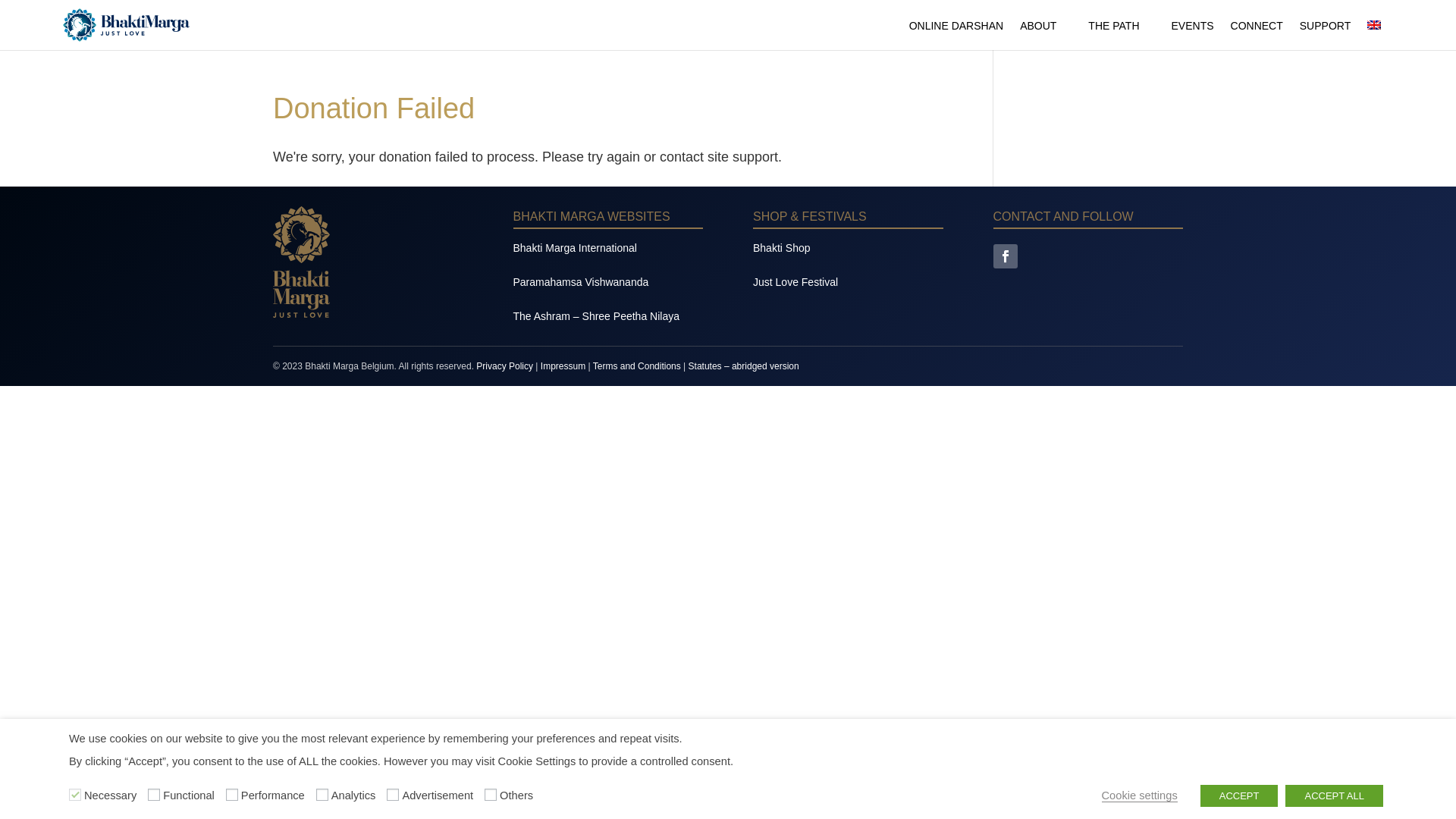  Describe the element at coordinates (1192, 34) in the screenshot. I see `'EVENTS'` at that location.